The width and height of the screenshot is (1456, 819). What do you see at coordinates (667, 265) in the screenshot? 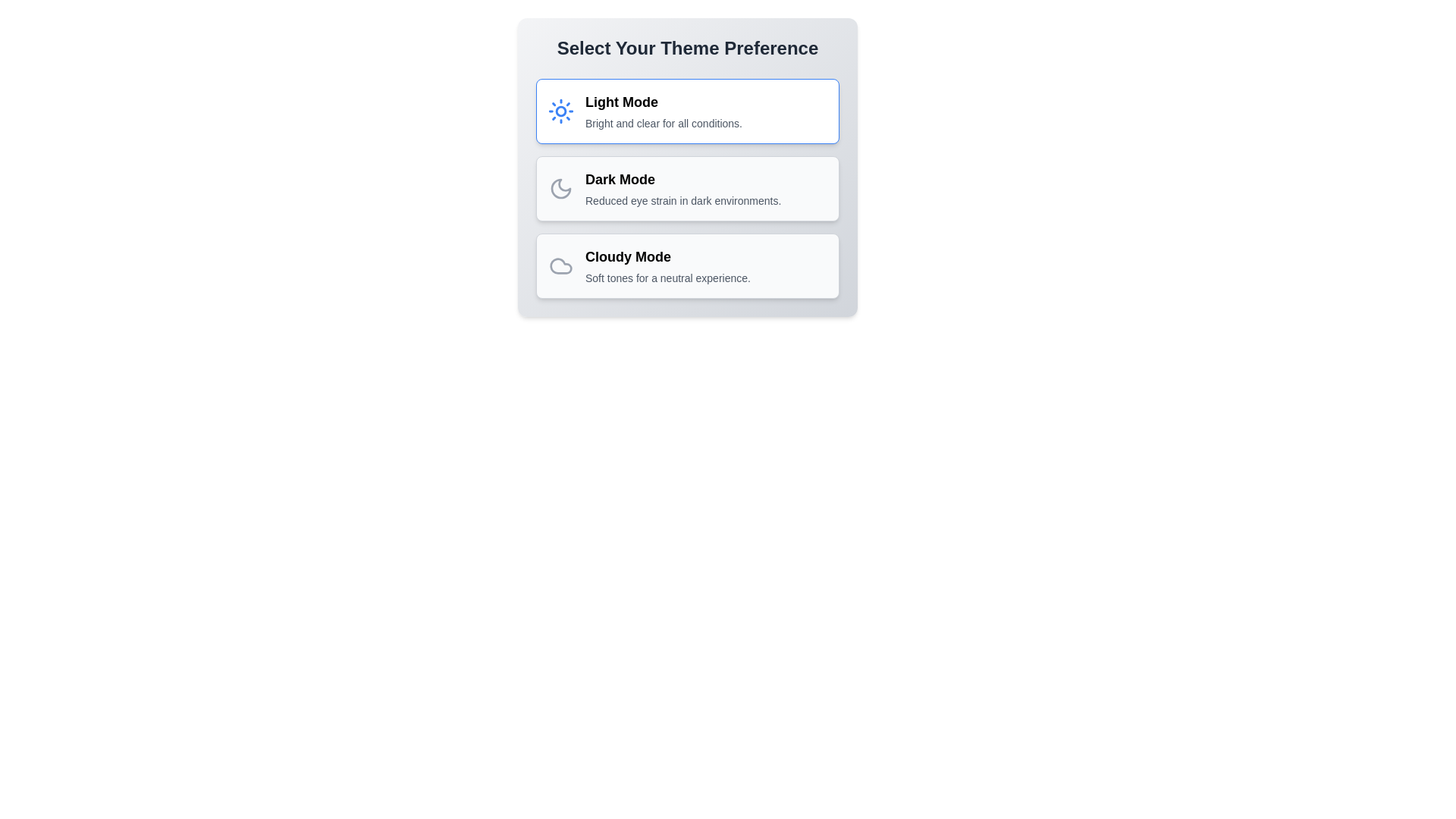
I see `text content of the 'Cloudy Mode' theme option information located in the text block within the third card of the 'Select Your Theme Preference' interface` at bounding box center [667, 265].